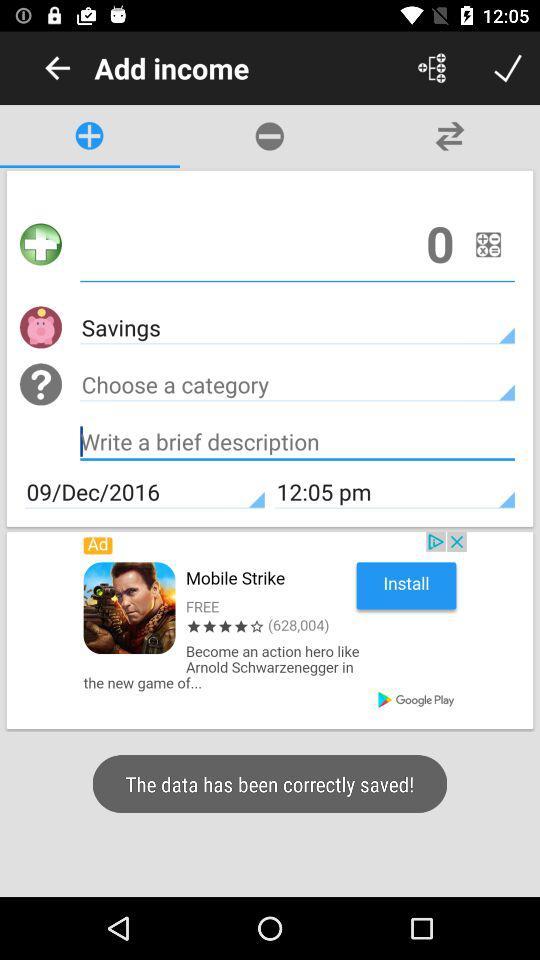  I want to click on open ability to write a description, so click(296, 444).